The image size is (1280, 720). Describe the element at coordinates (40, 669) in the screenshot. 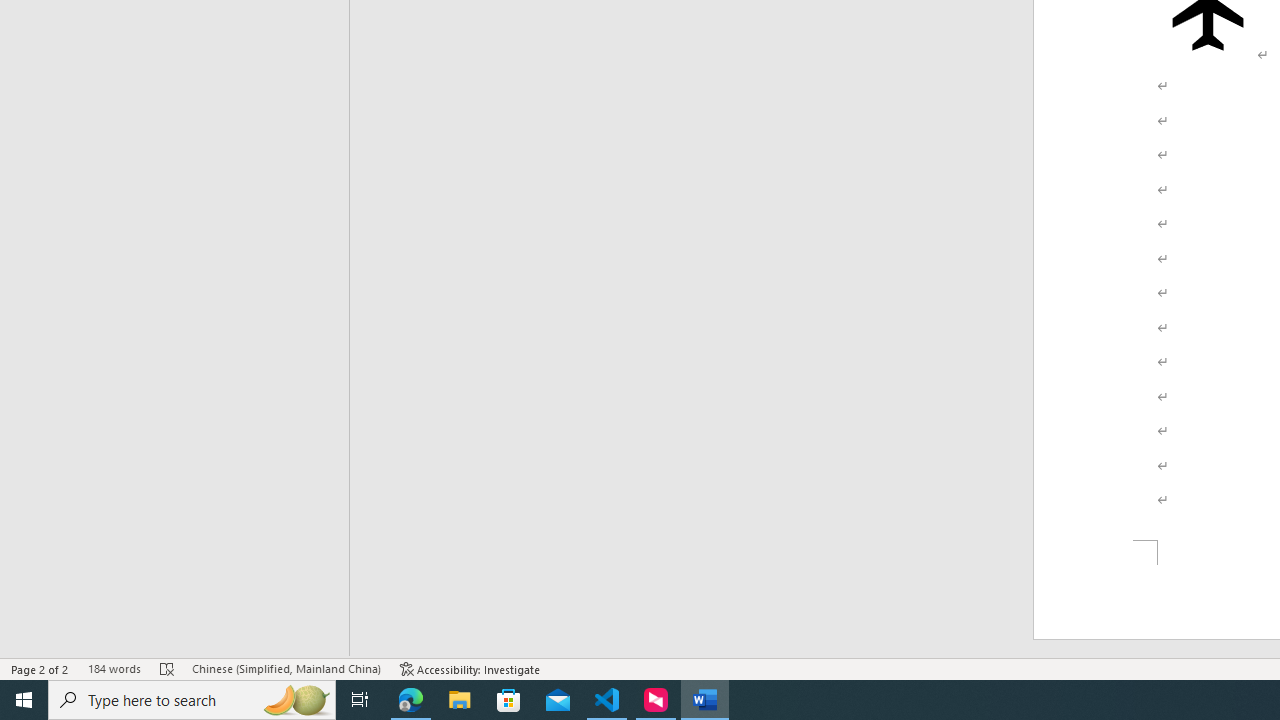

I see `'Page Number Page 2 of 2'` at that location.